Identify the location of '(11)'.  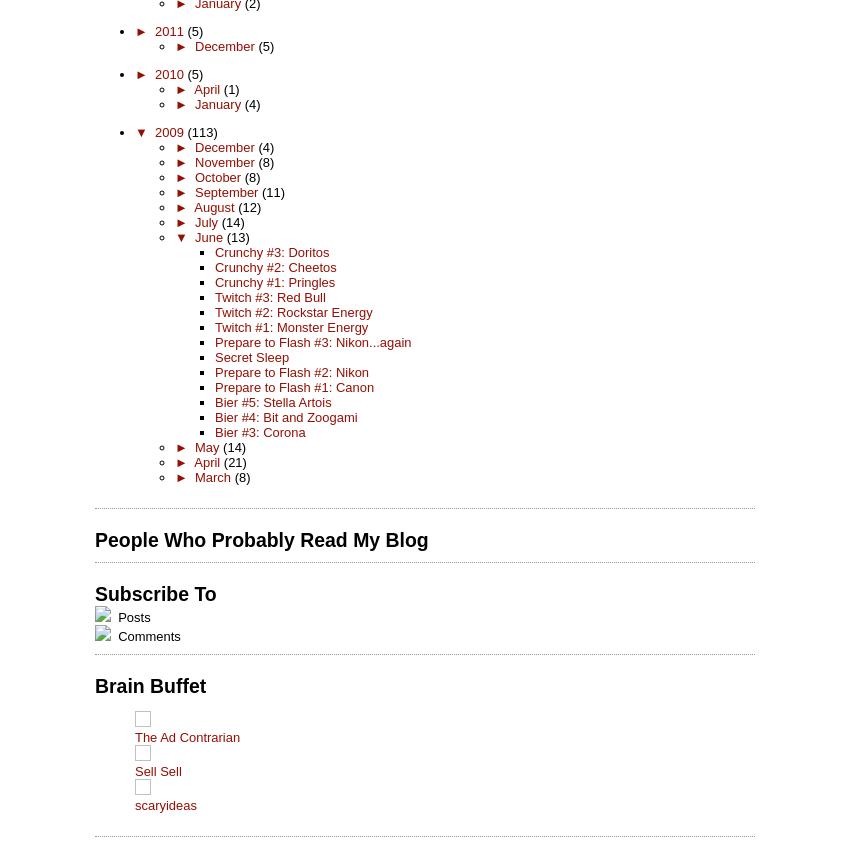
(260, 191).